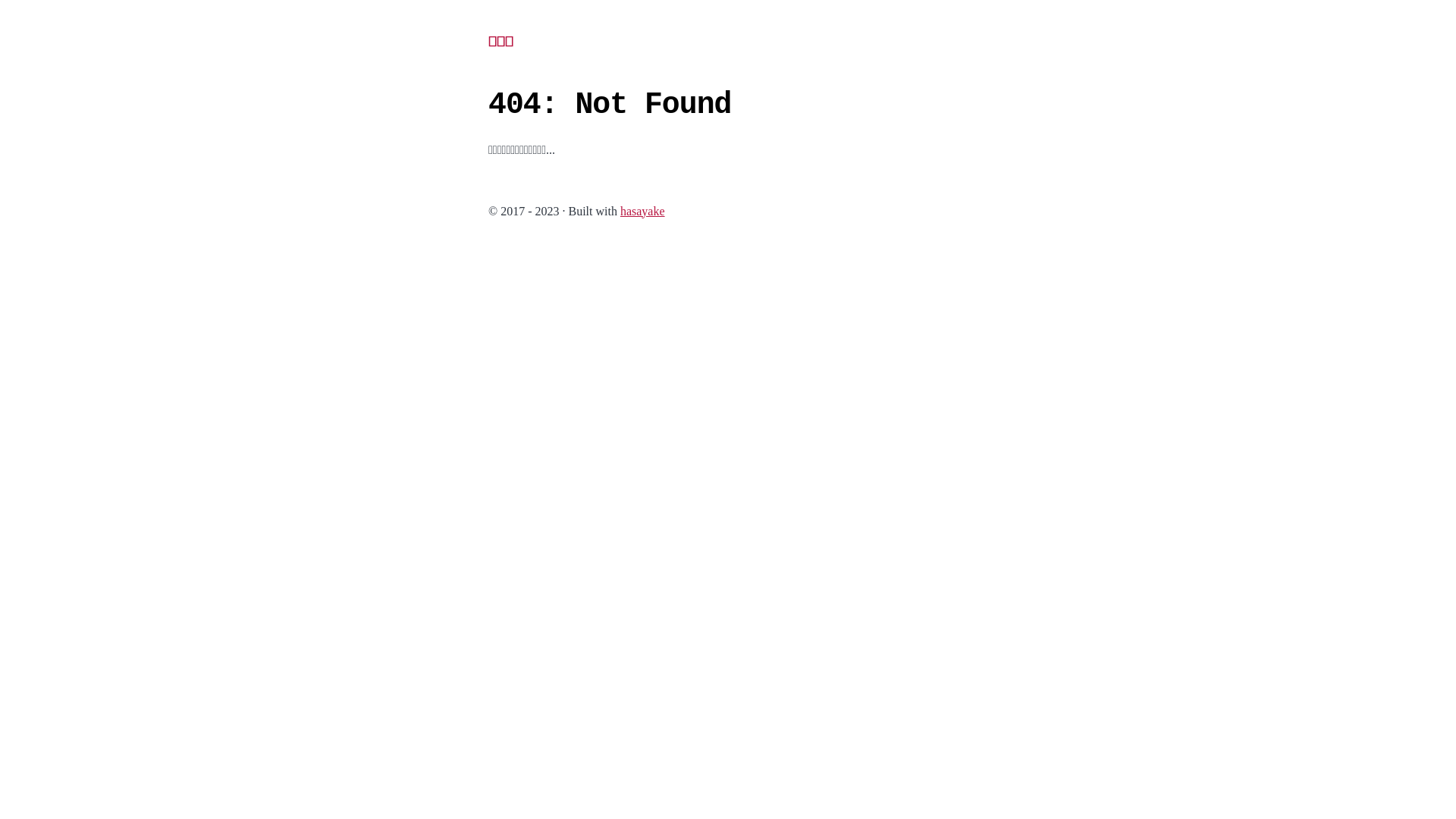  I want to click on 'hasayake', so click(642, 211).